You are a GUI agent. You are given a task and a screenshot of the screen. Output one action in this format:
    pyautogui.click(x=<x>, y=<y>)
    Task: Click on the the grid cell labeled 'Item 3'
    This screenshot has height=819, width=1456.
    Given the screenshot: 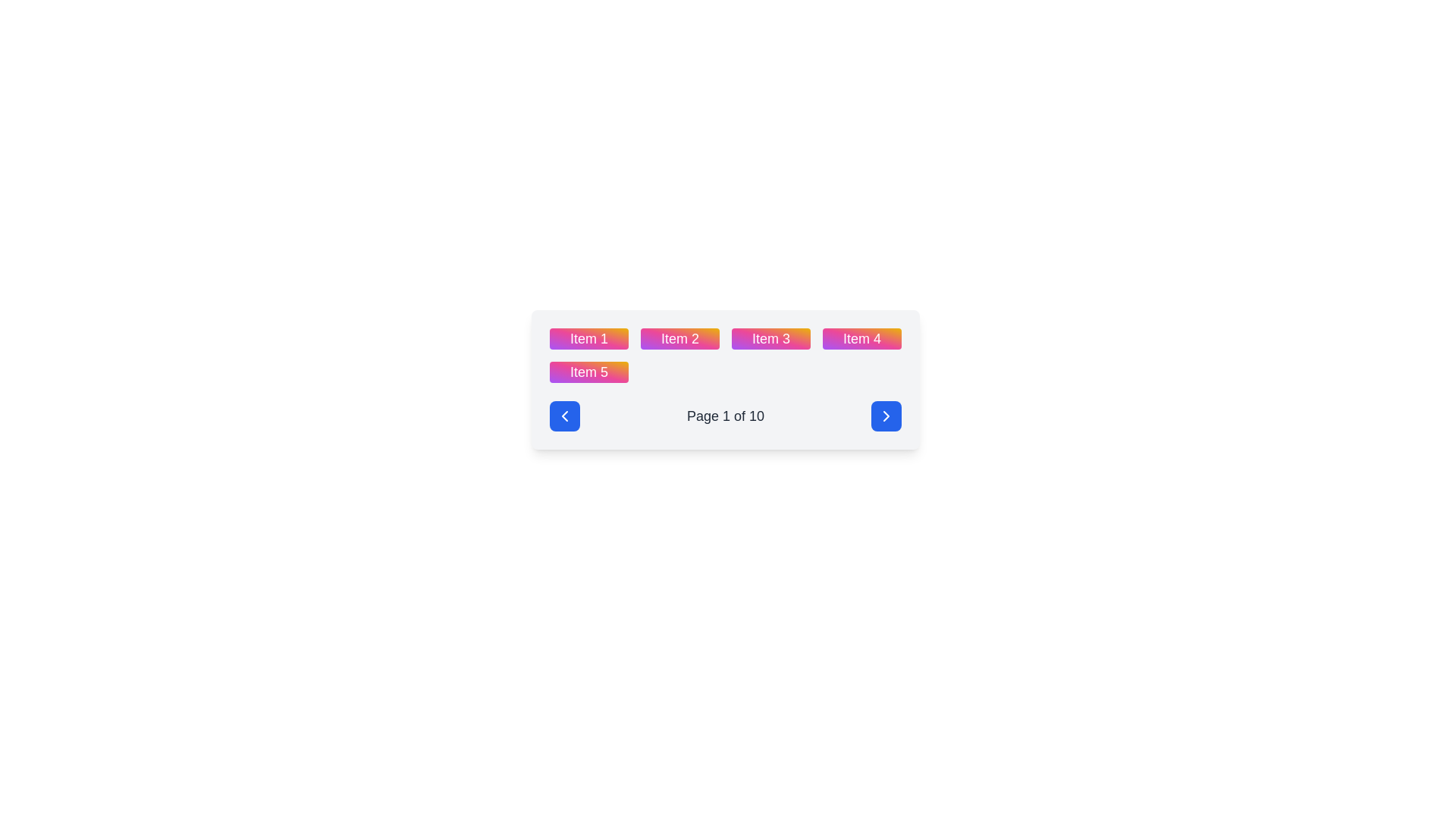 What is the action you would take?
    pyautogui.click(x=771, y=338)
    